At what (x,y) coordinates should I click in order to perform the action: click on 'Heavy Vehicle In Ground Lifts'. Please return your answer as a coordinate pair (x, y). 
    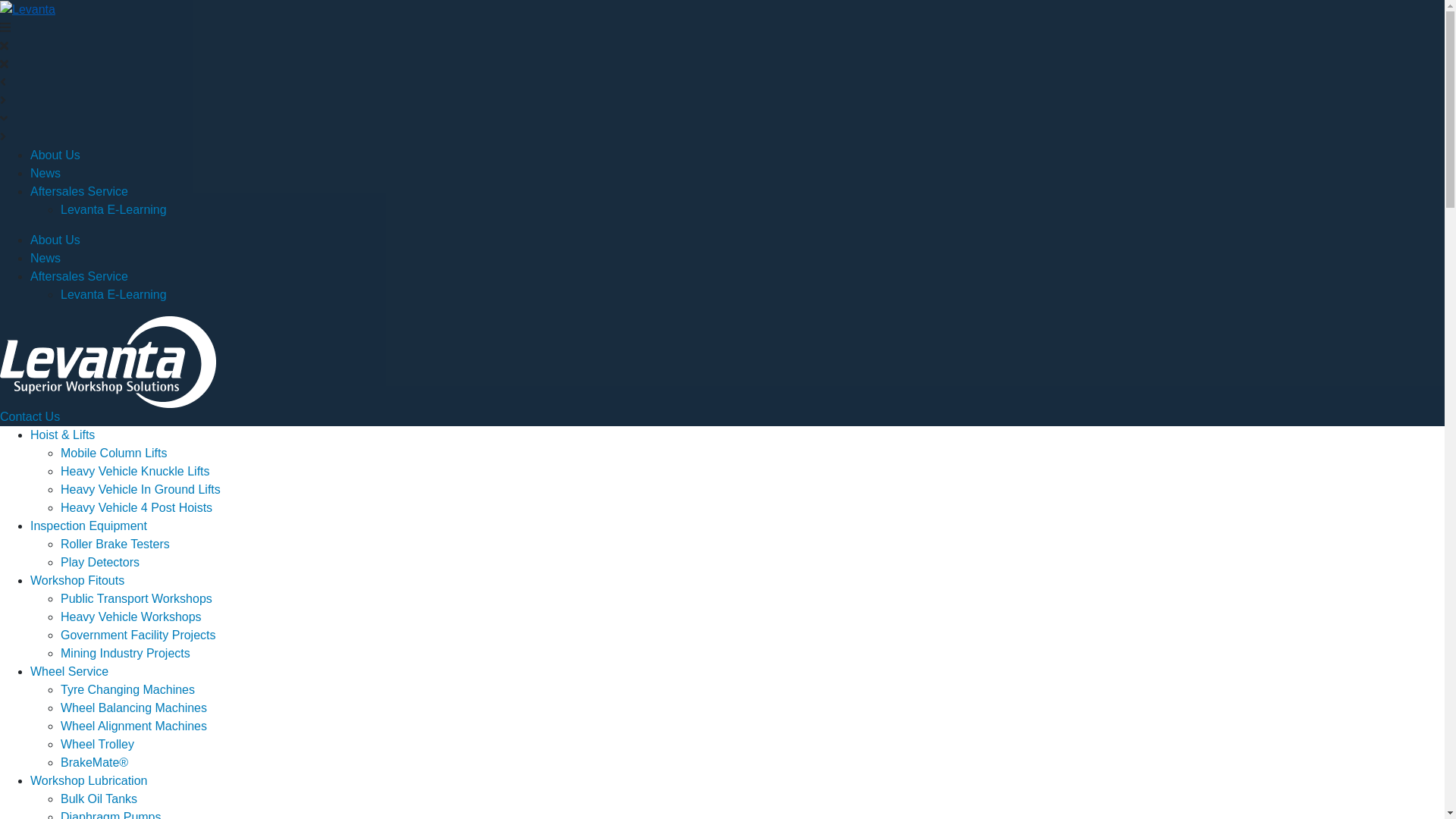
    Looking at the image, I should click on (140, 489).